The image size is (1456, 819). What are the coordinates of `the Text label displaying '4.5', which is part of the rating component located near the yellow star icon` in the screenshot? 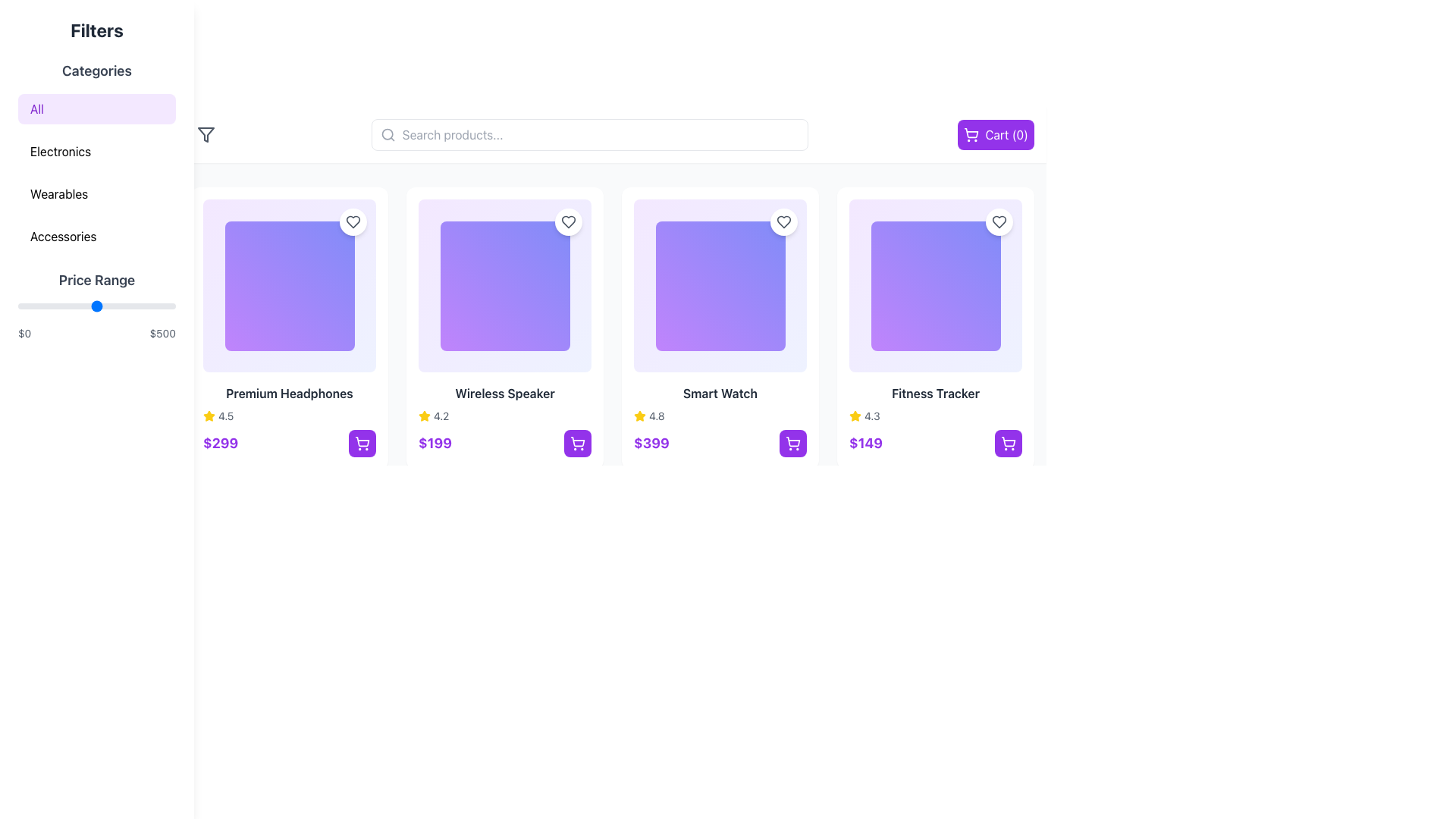 It's located at (225, 416).